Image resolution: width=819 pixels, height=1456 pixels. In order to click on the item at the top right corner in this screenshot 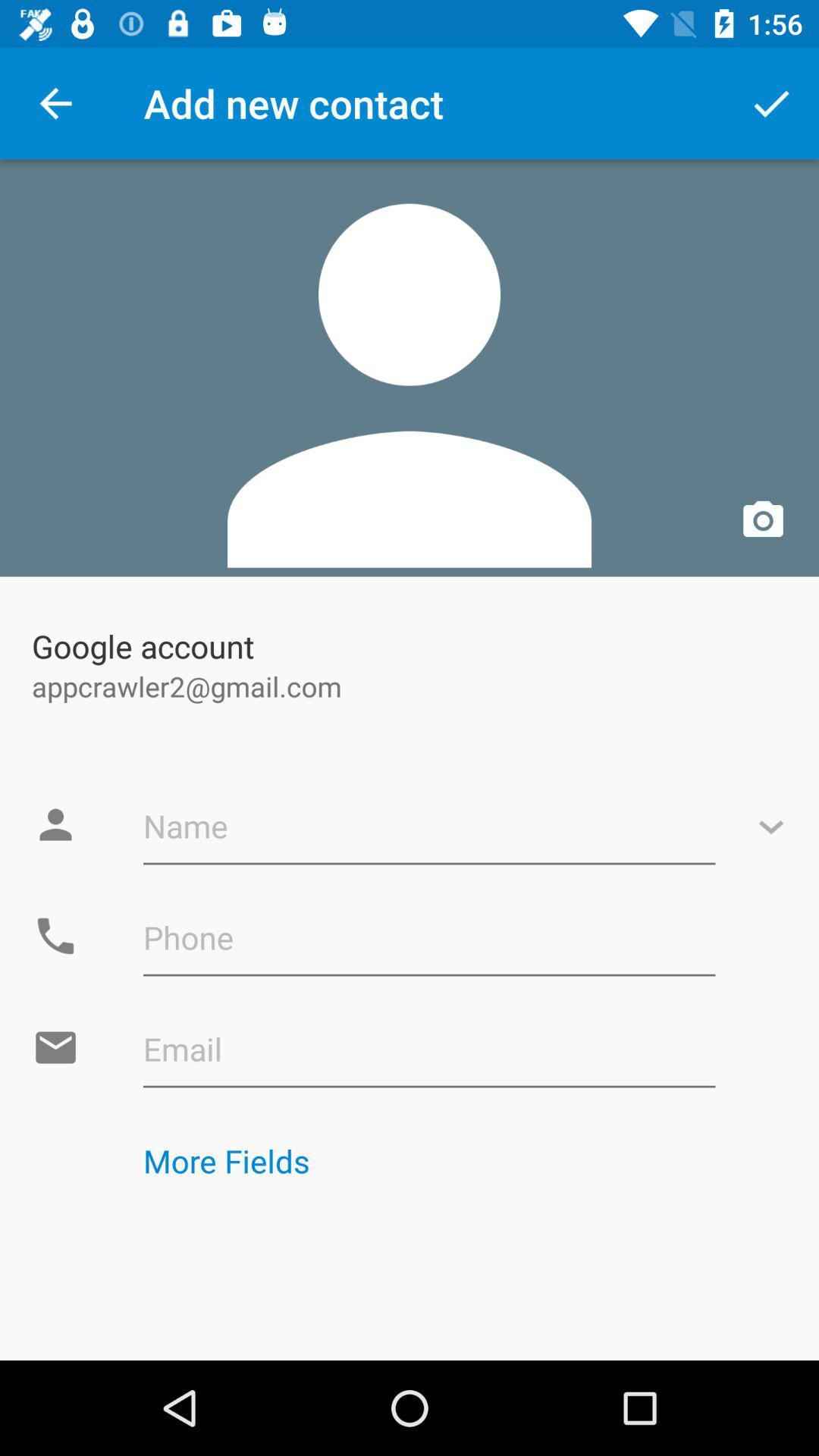, I will do `click(771, 102)`.